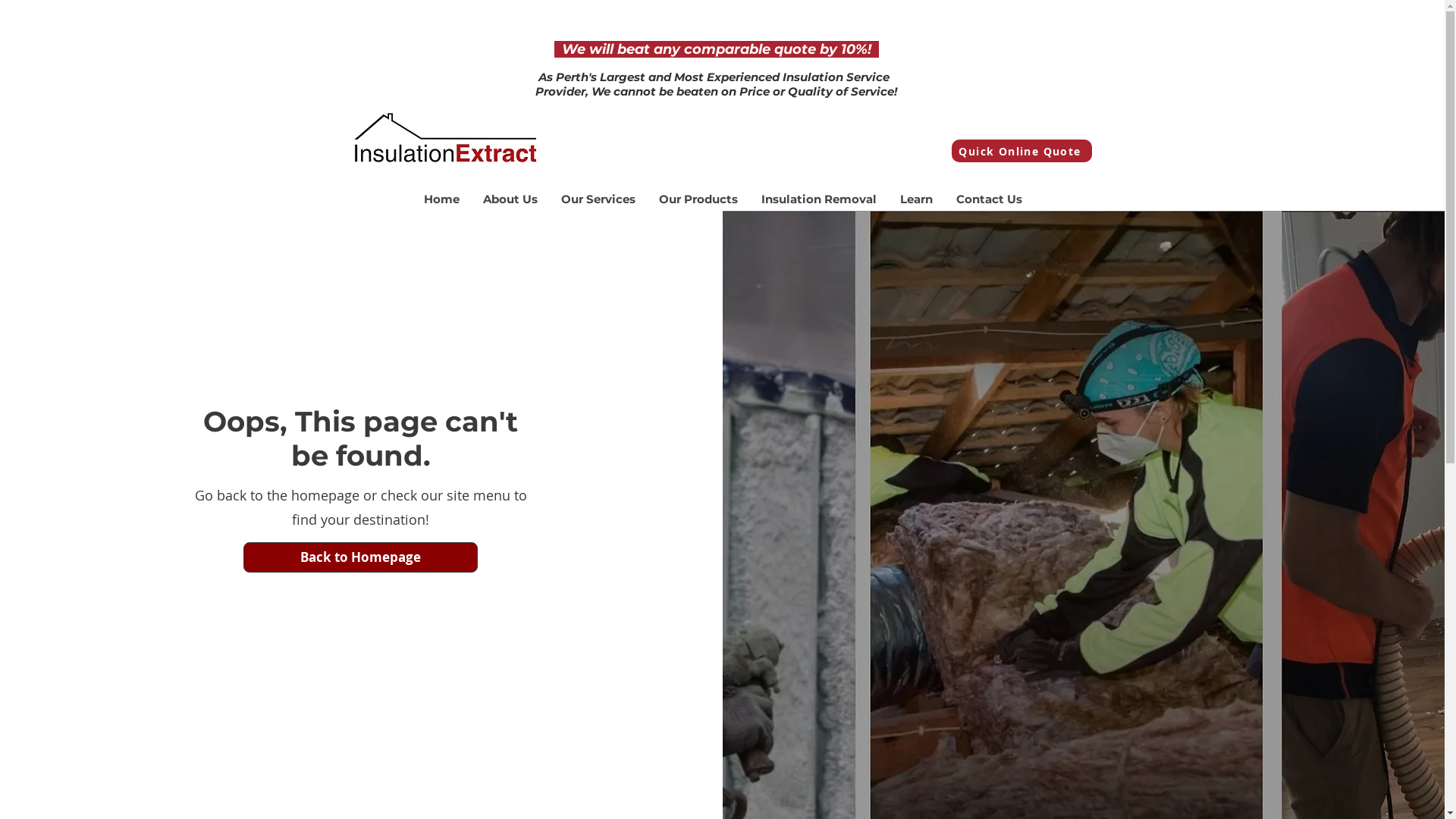 The height and width of the screenshot is (819, 1456). Describe the element at coordinates (914, 198) in the screenshot. I see `'Learn'` at that location.